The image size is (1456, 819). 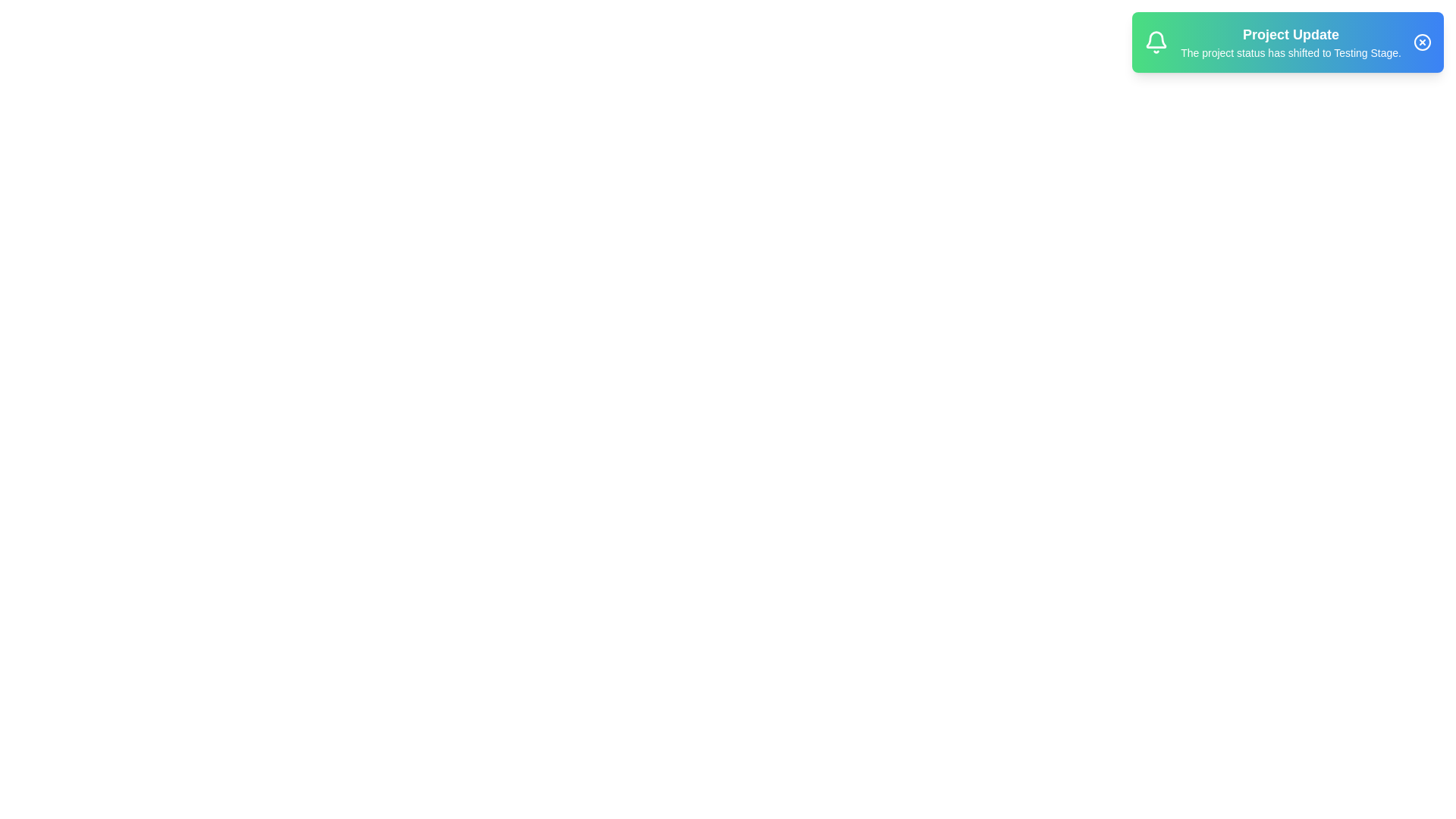 I want to click on the bell icon to observe its details, so click(x=1156, y=42).